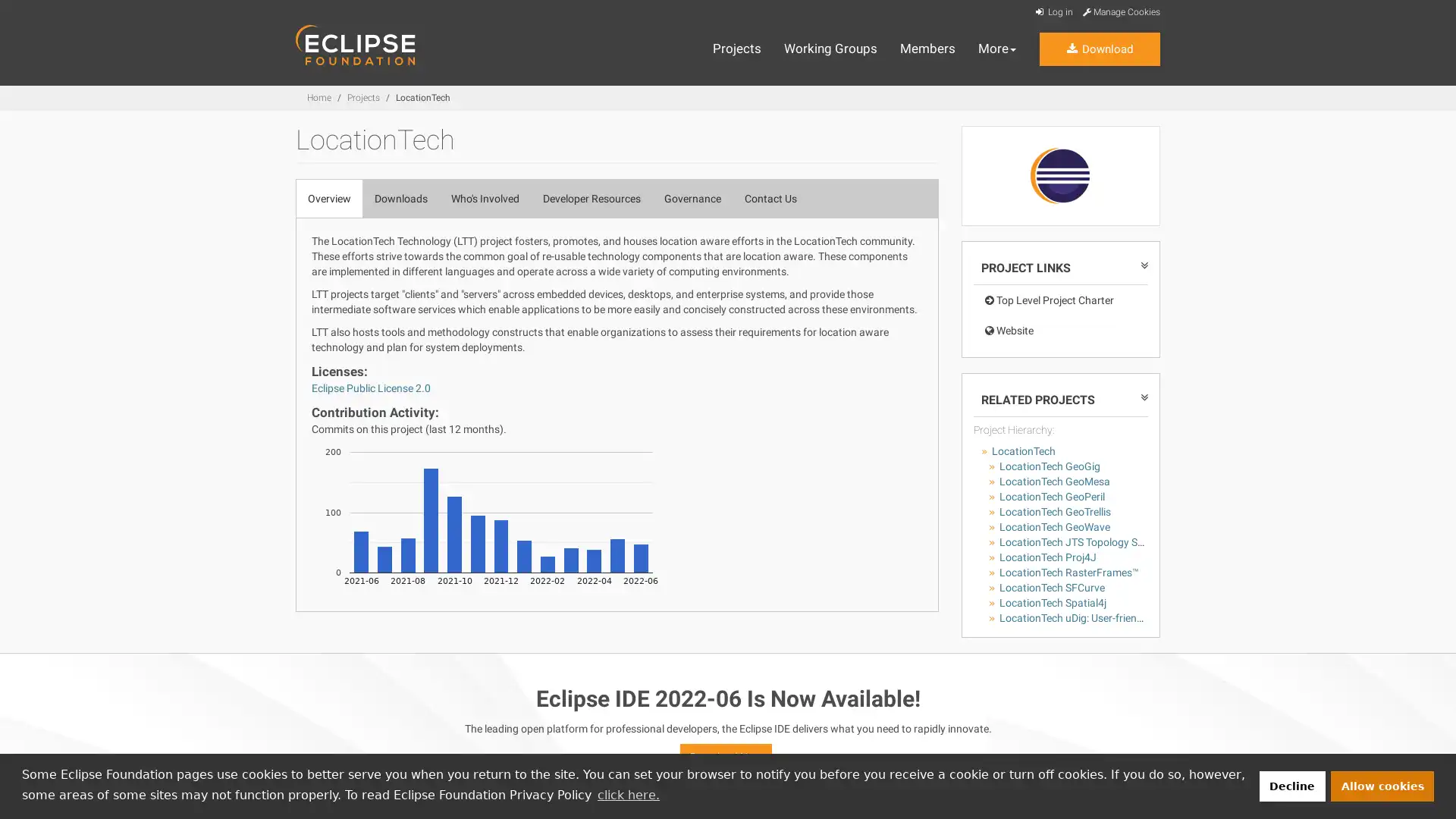  What do you see at coordinates (628, 794) in the screenshot?
I see `learn more about cookies` at bounding box center [628, 794].